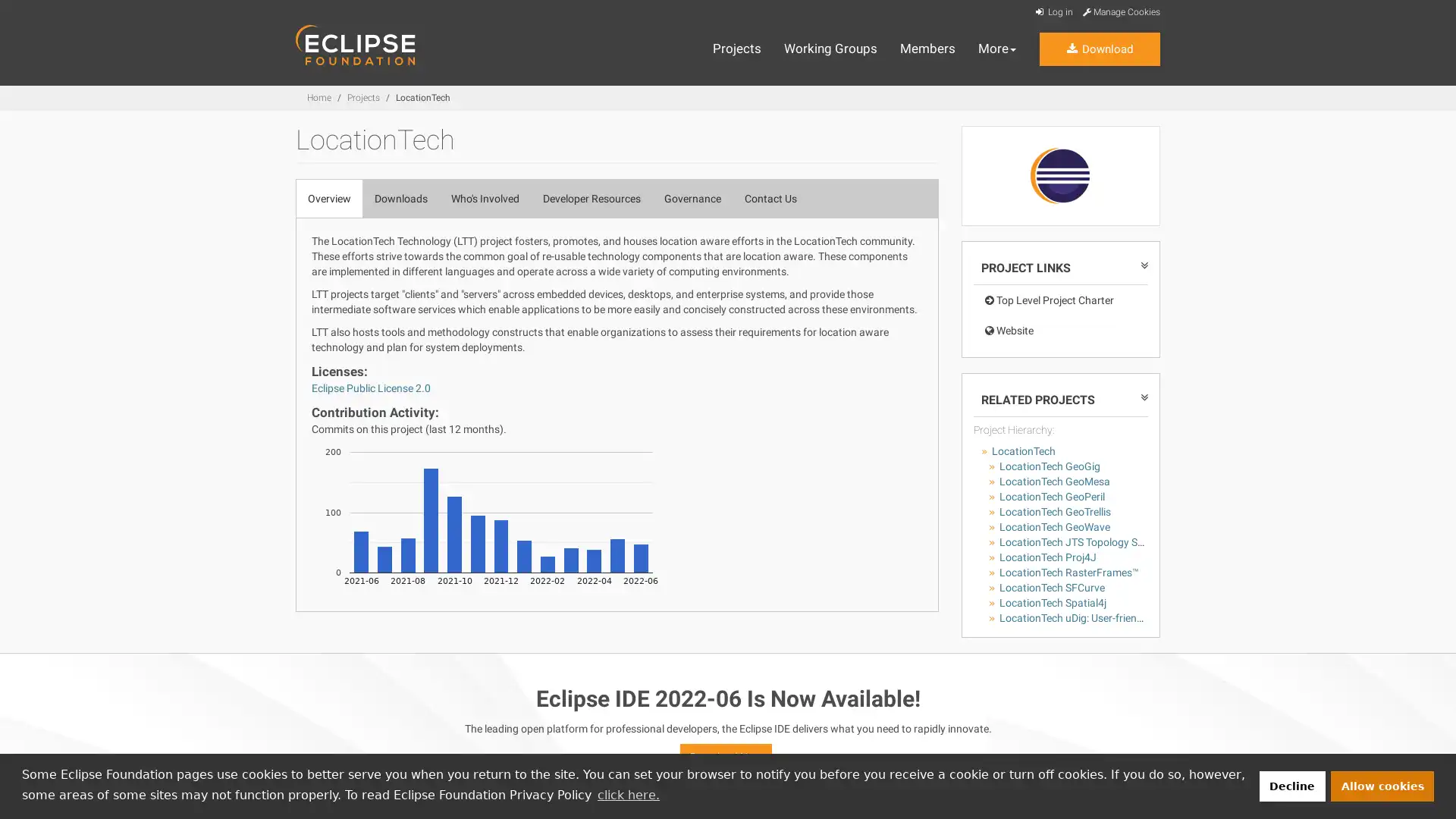  What do you see at coordinates (628, 794) in the screenshot?
I see `learn more about cookies` at bounding box center [628, 794].